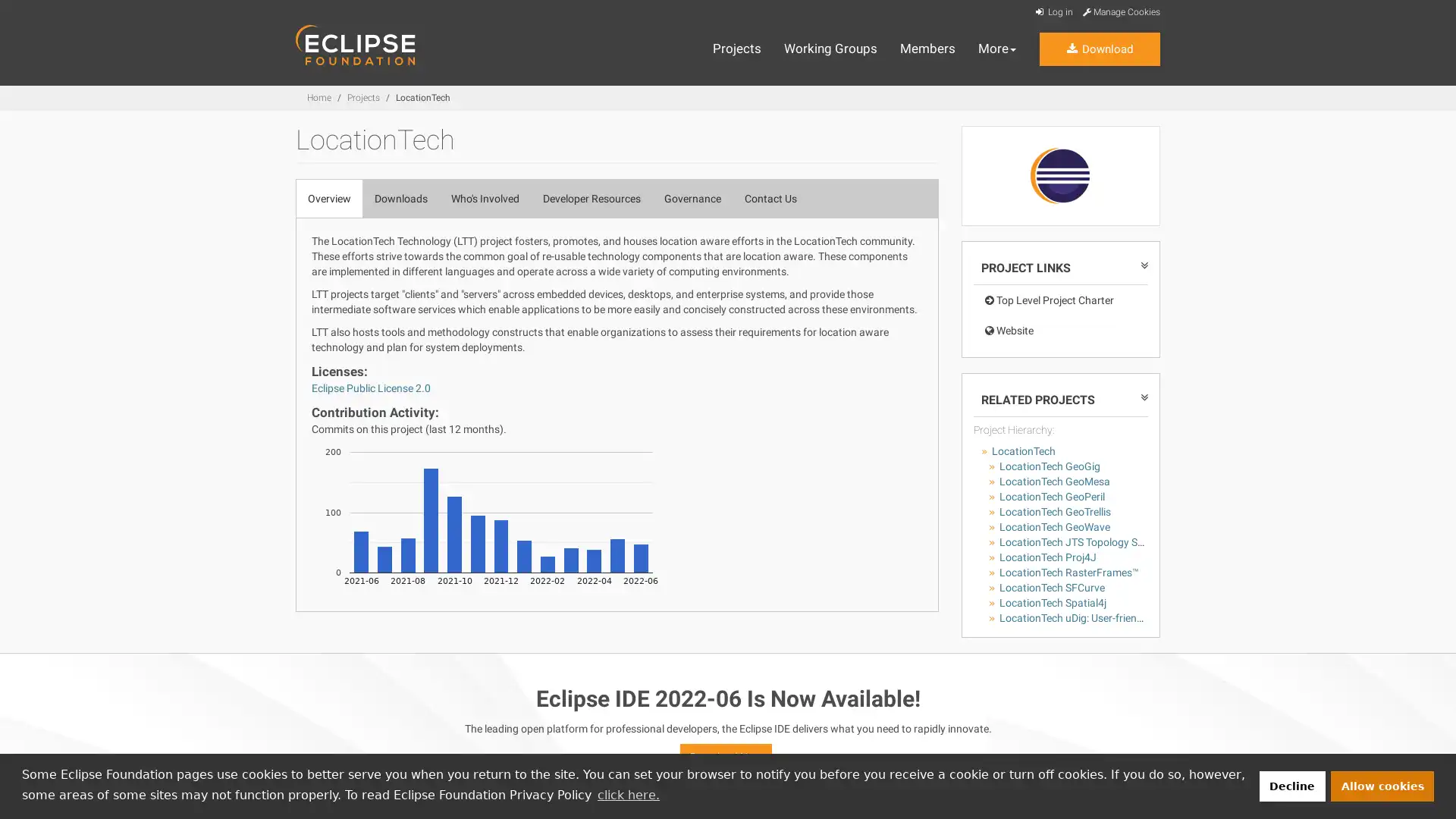  What do you see at coordinates (628, 794) in the screenshot?
I see `learn more about cookies` at bounding box center [628, 794].